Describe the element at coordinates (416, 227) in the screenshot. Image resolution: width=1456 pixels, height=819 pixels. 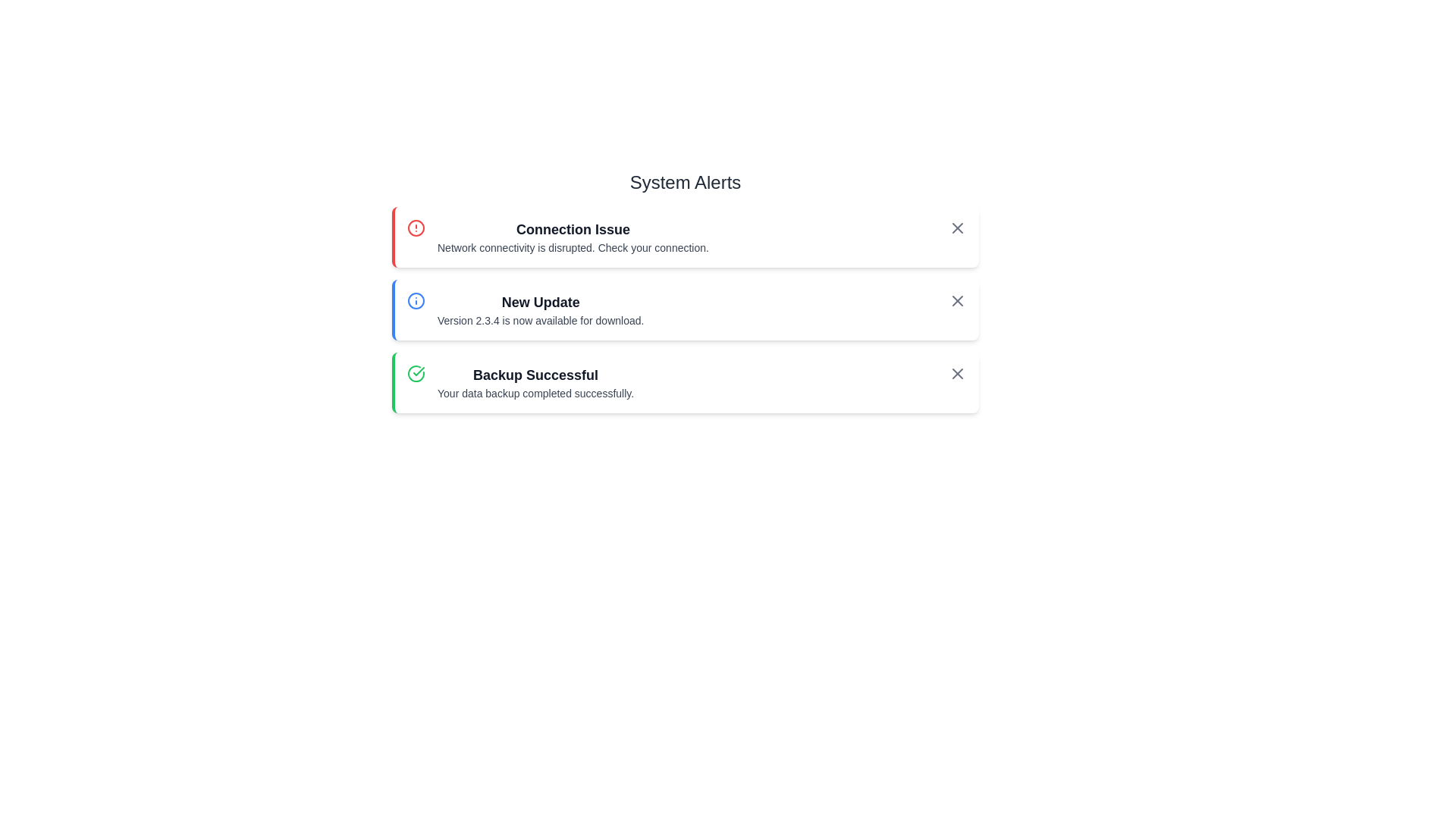
I see `the visual alert indicator icon located at the left edge of the first alert box titled 'Connection Issue', which is aligned horizontally with the title text and vertically in the middle of the box` at that location.